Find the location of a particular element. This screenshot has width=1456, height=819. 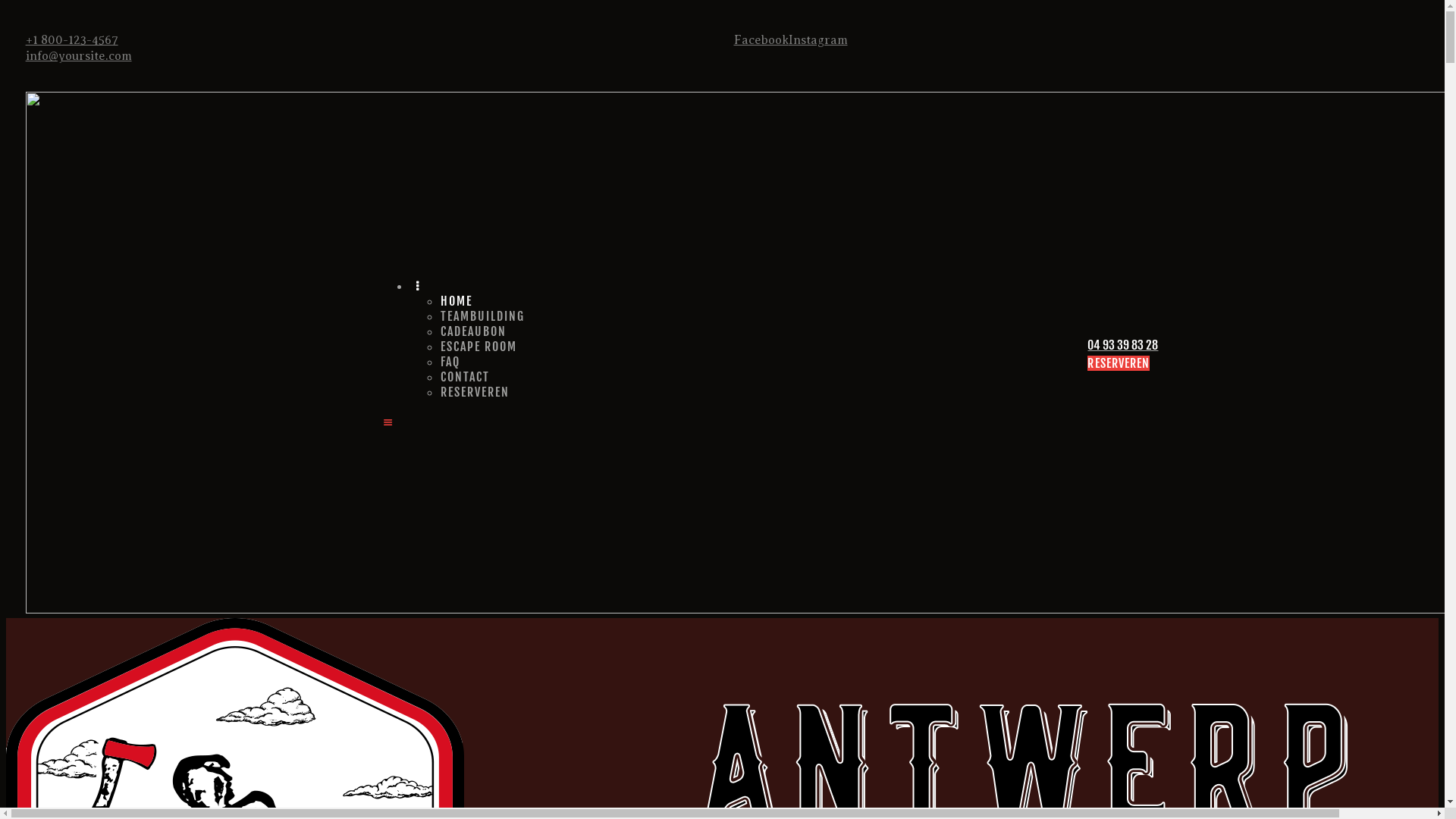

'04 93 39 83 28' is located at coordinates (1122, 345).